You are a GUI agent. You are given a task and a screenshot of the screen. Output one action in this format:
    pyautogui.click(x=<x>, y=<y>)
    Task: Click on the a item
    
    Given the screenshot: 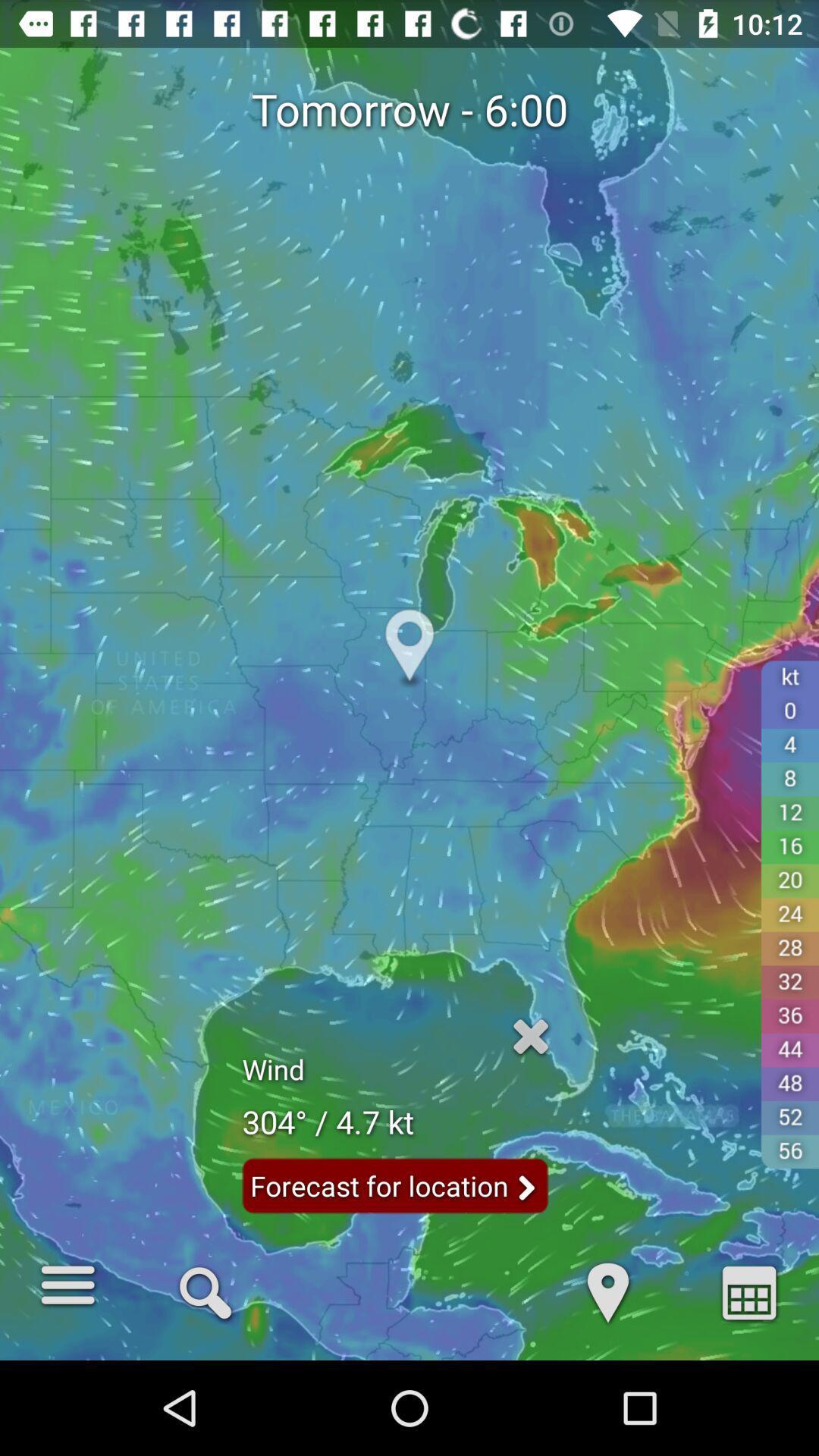 What is the action you would take?
    pyautogui.click(x=748, y=1291)
    